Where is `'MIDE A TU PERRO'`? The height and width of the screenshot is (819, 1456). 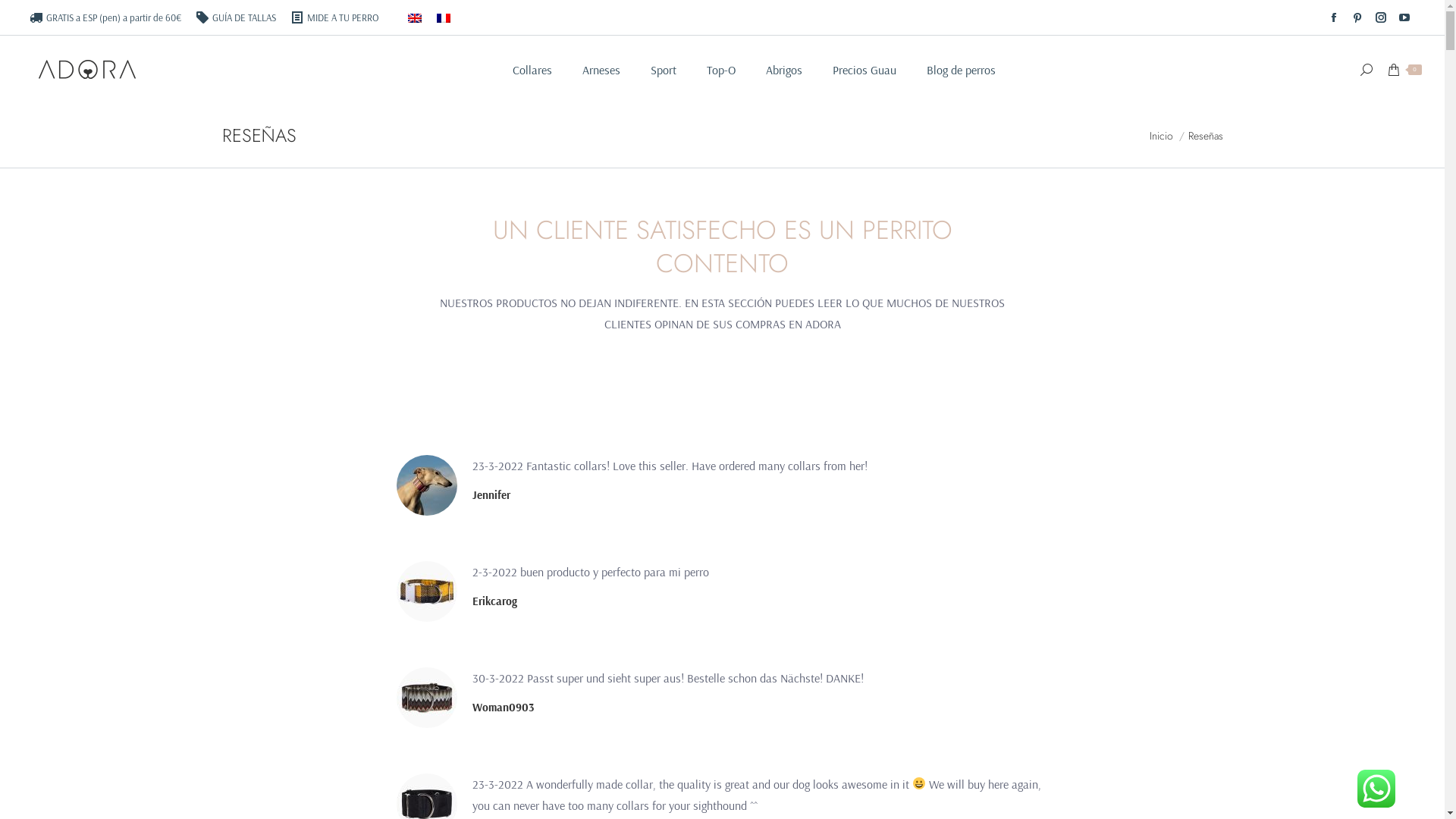 'MIDE A TU PERRO' is located at coordinates (334, 17).